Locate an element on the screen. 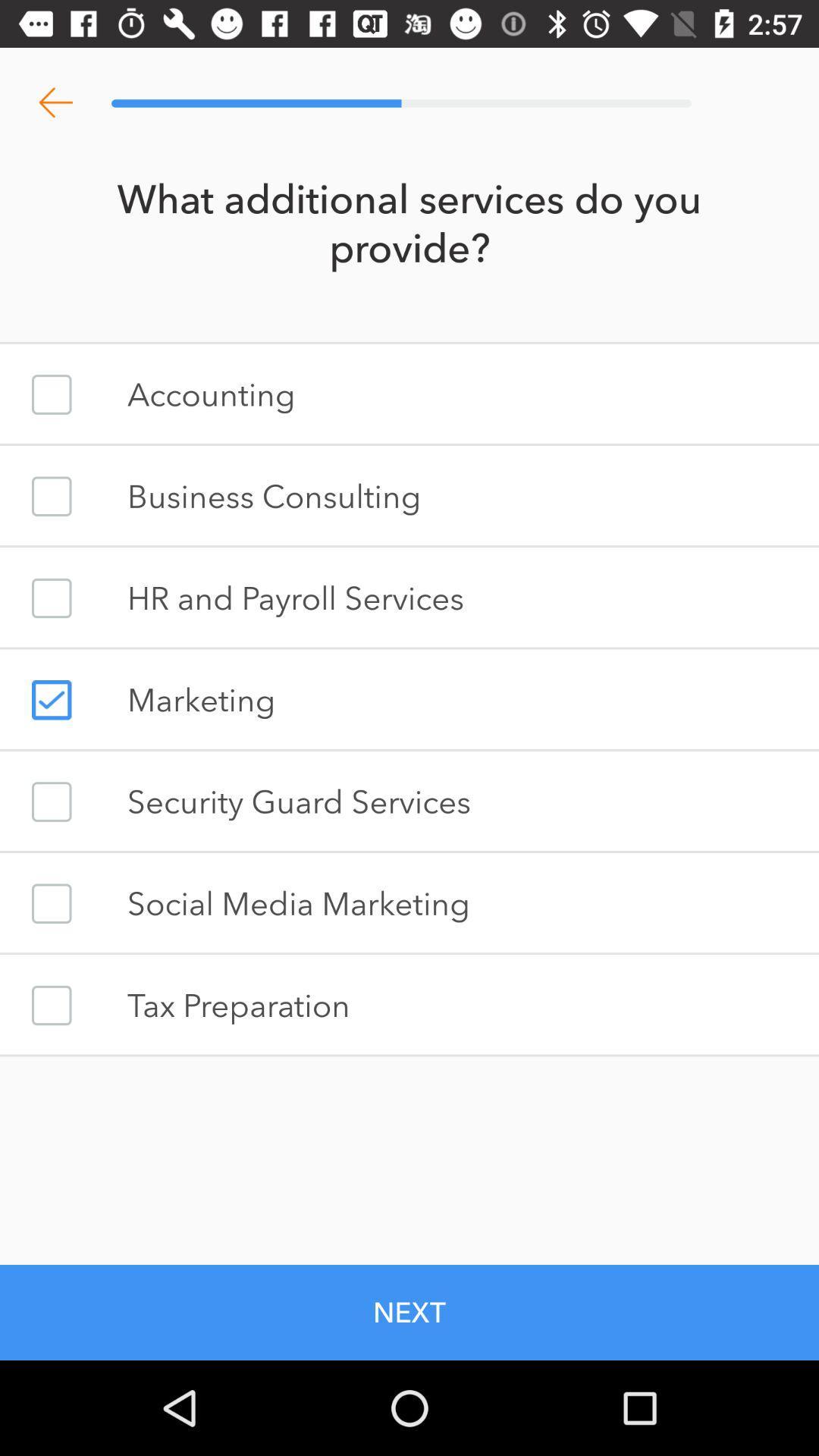 This screenshot has width=819, height=1456. marketing is located at coordinates (51, 699).